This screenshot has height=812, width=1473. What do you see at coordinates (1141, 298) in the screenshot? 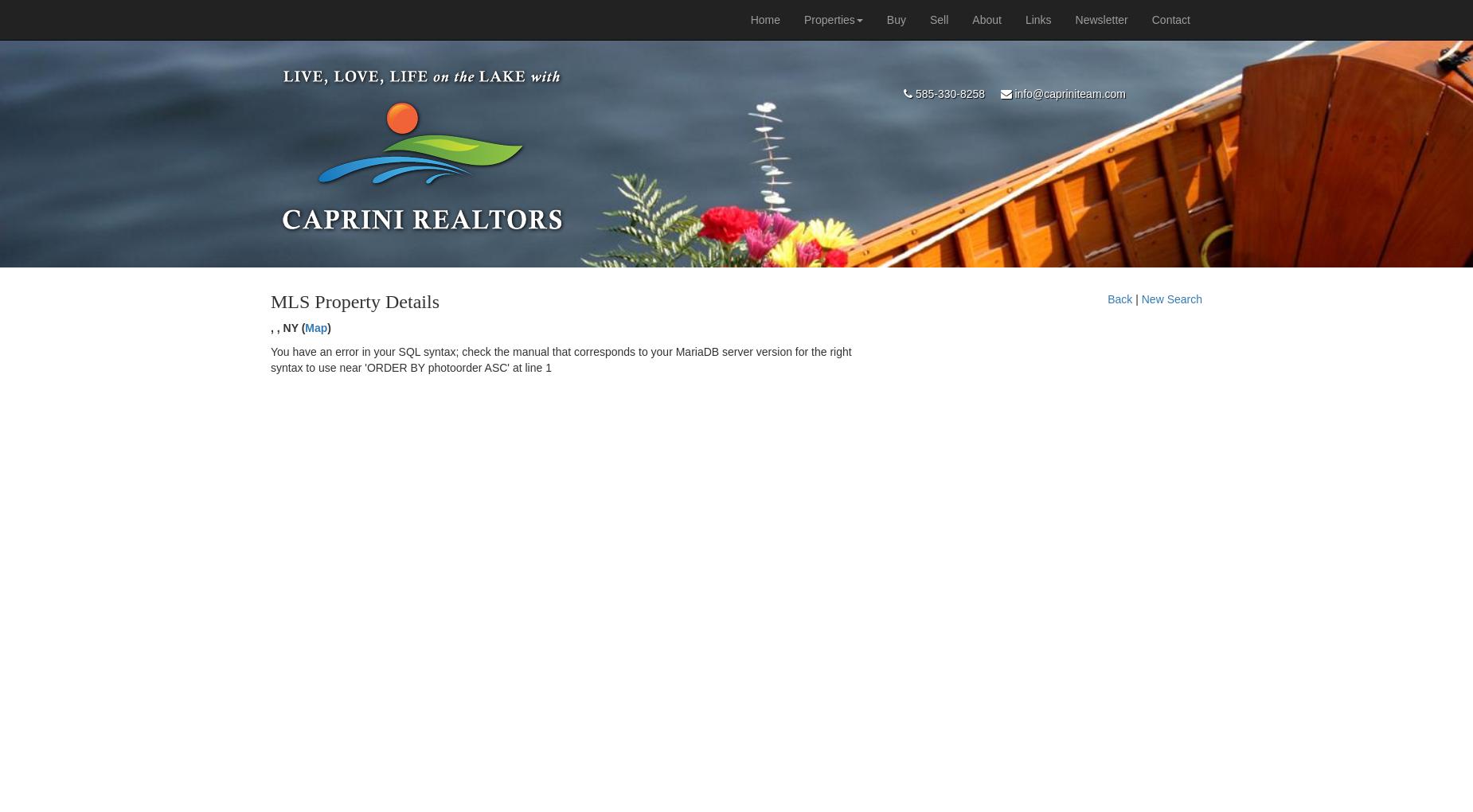
I see `'New Search'` at bounding box center [1141, 298].